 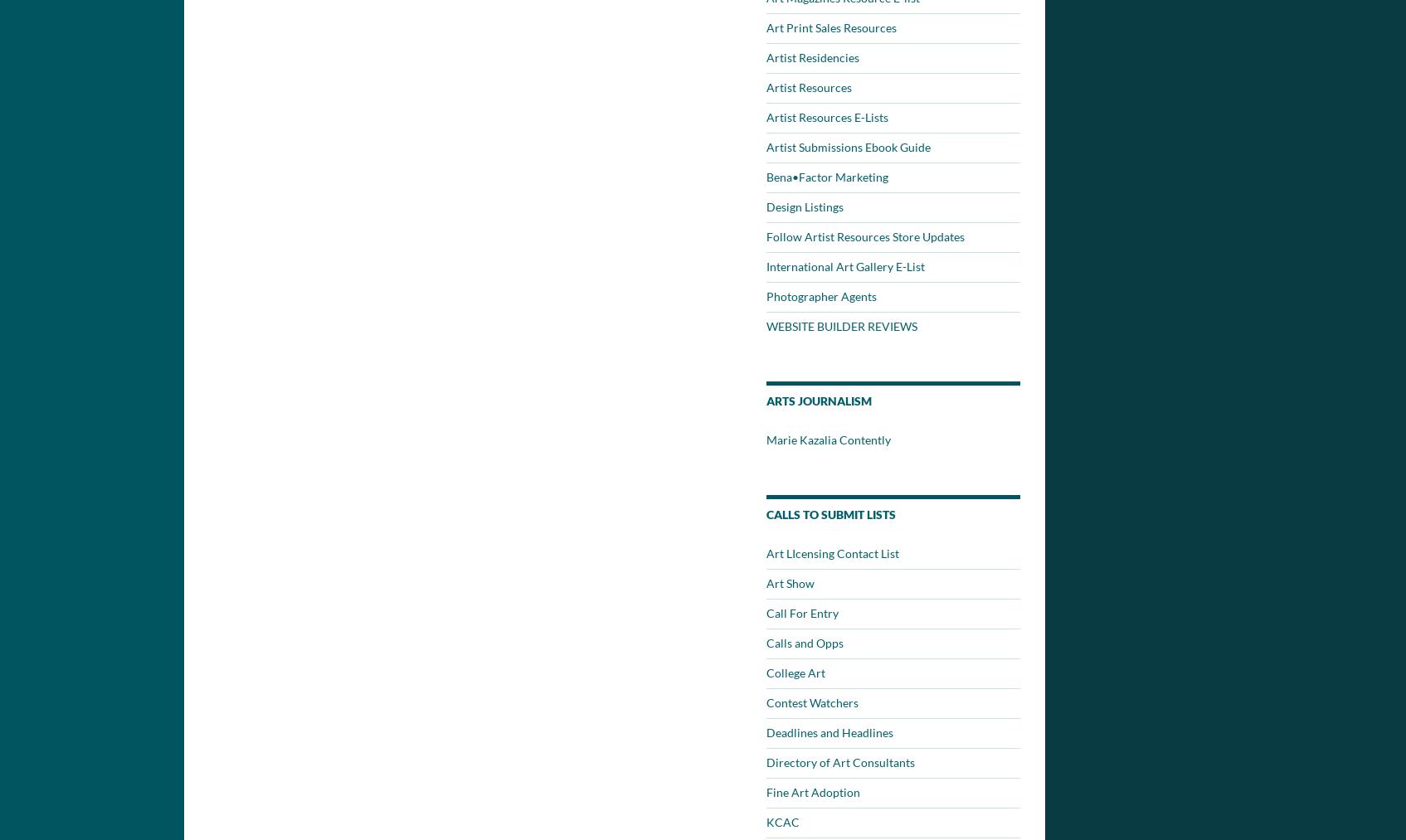 What do you see at coordinates (811, 702) in the screenshot?
I see `'Contest Watchers'` at bounding box center [811, 702].